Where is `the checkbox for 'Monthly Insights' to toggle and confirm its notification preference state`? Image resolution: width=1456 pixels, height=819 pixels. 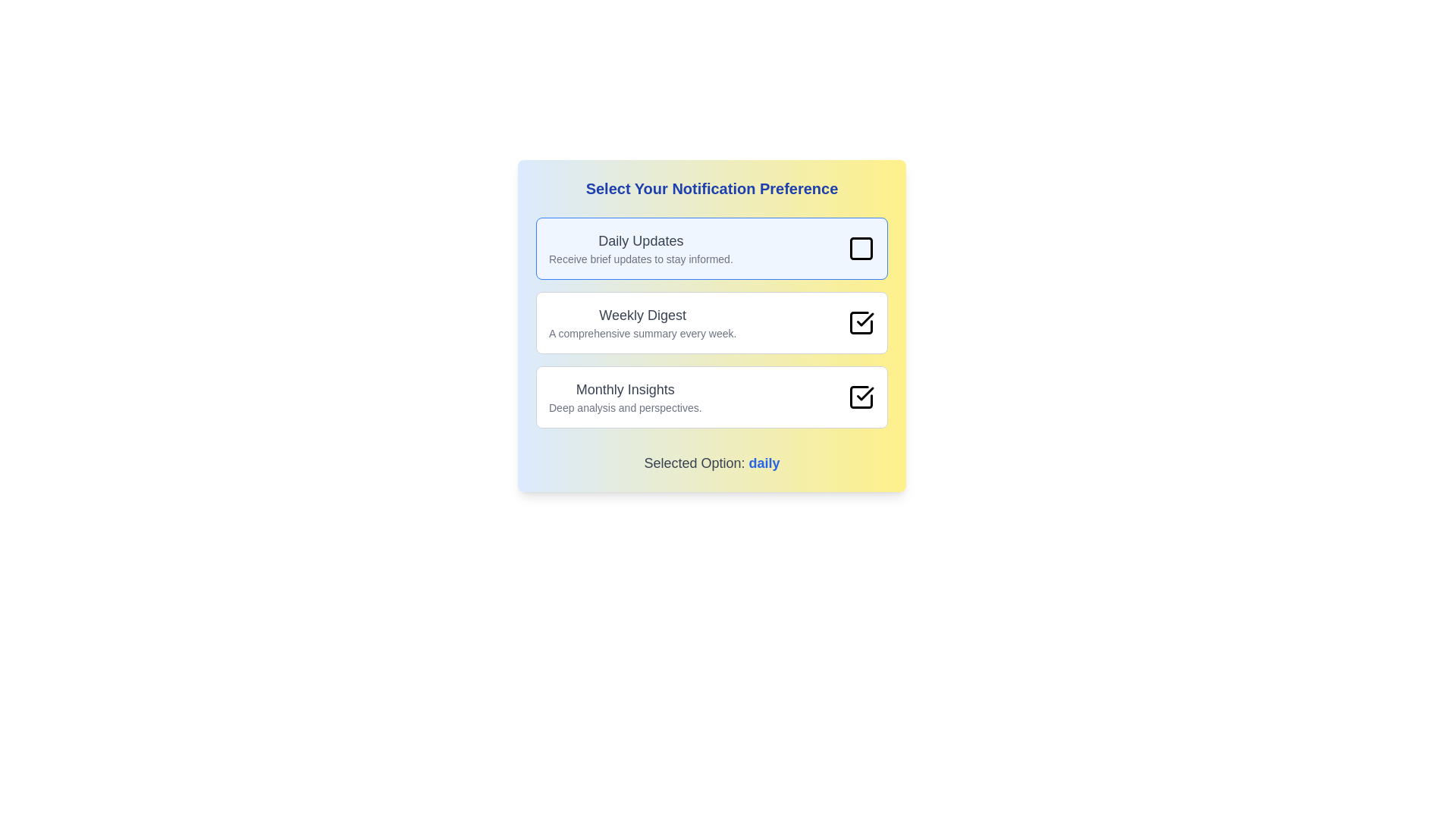 the checkbox for 'Monthly Insights' to toggle and confirm its notification preference state is located at coordinates (861, 397).